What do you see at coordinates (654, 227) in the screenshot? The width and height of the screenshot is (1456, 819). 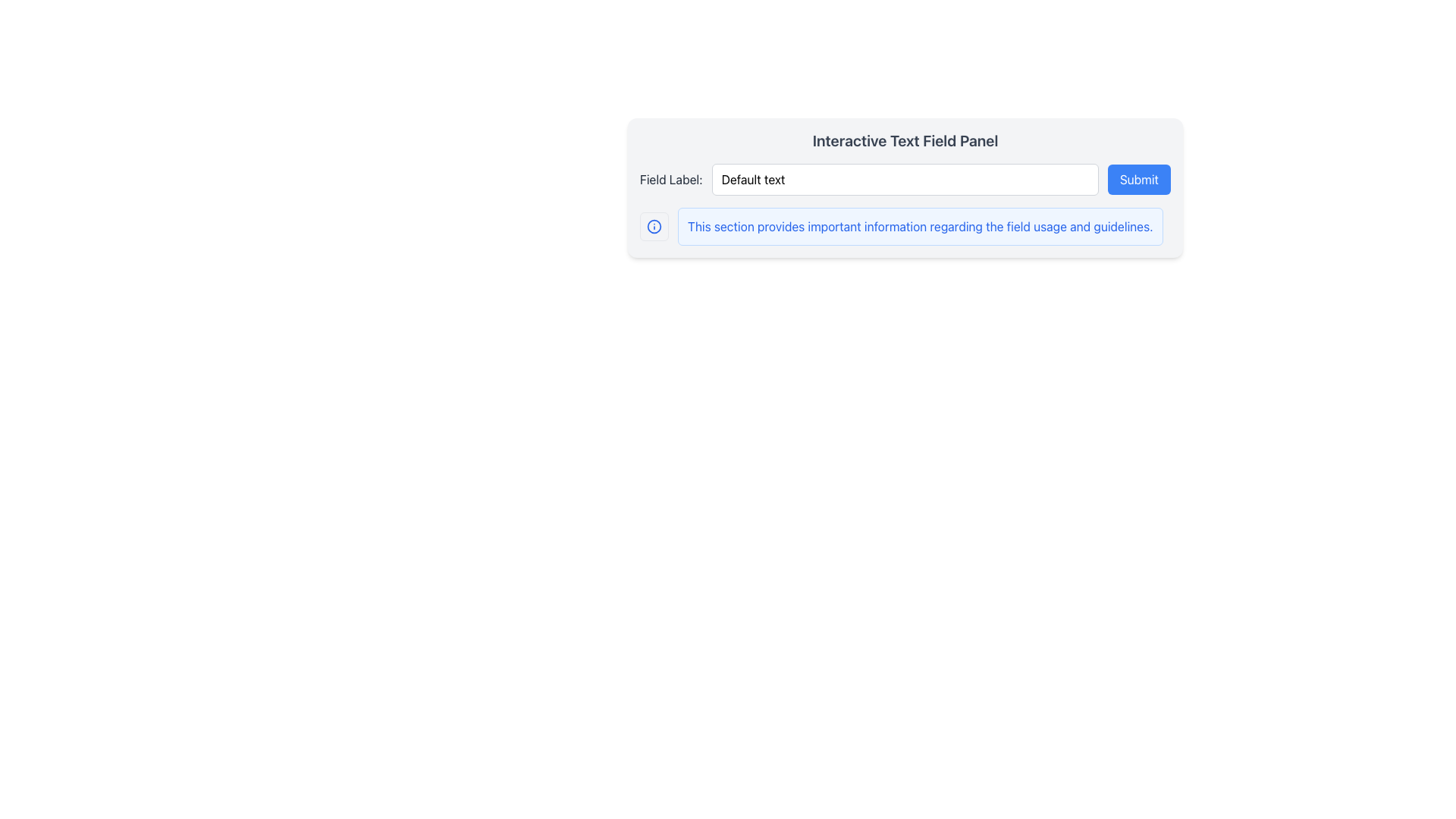 I see `the information icon located at the bottom-left of the rectangular panel` at bounding box center [654, 227].